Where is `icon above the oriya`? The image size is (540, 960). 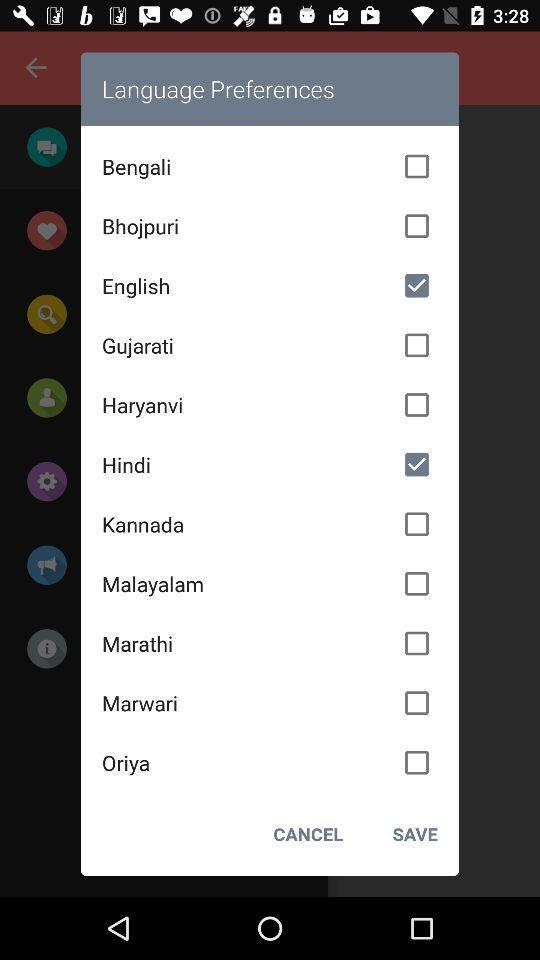
icon above the oriya is located at coordinates (270, 703).